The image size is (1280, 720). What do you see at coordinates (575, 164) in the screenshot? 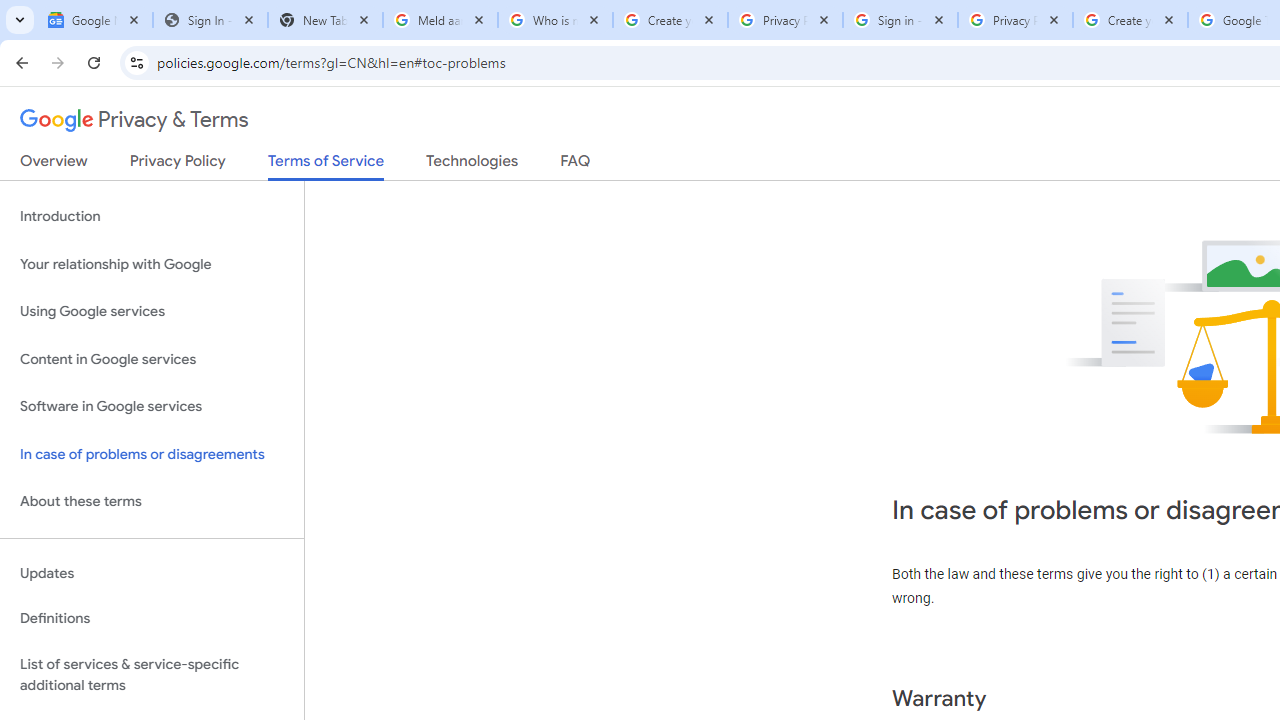
I see `'FAQ'` at bounding box center [575, 164].